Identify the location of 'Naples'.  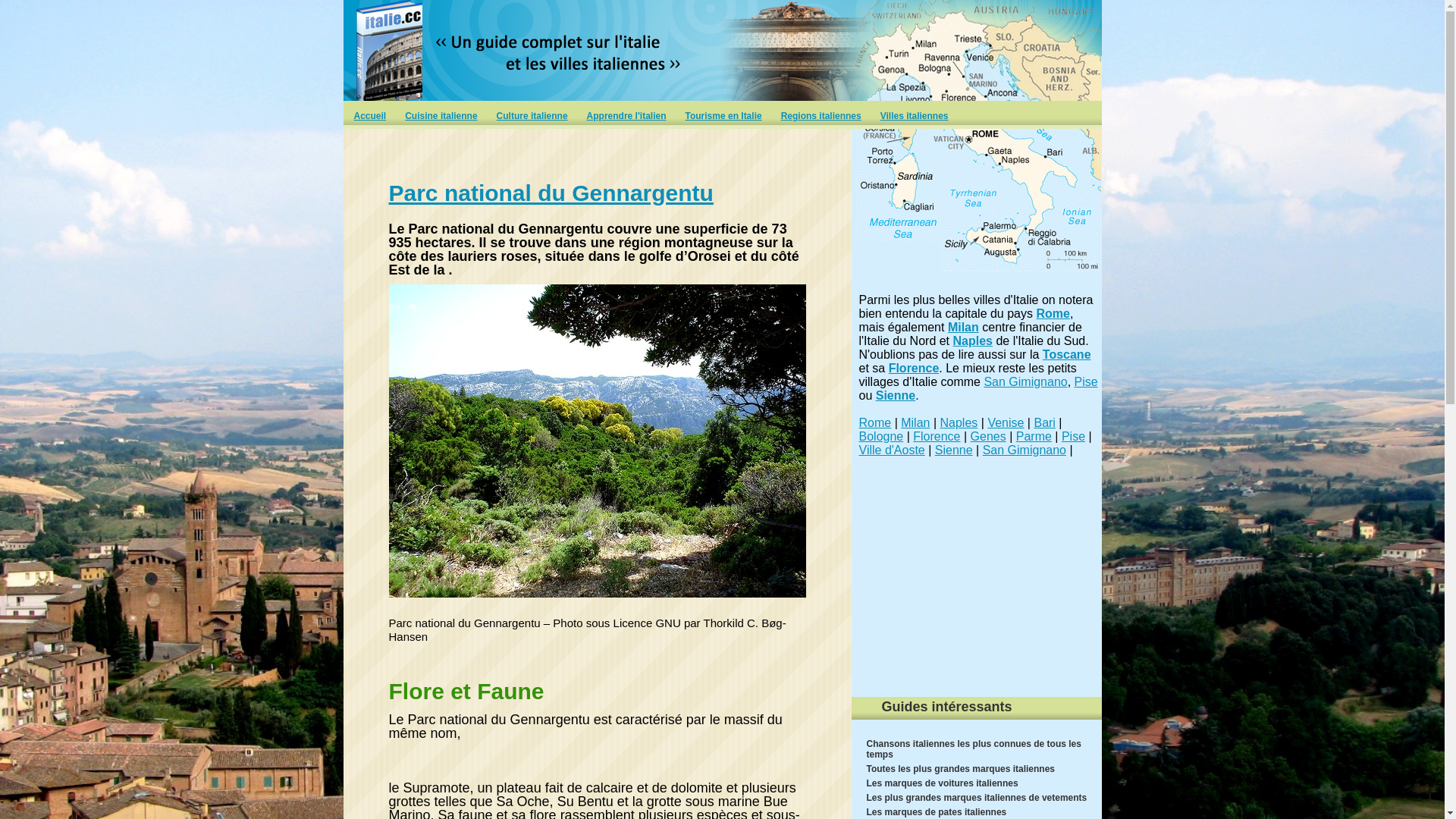
(959, 422).